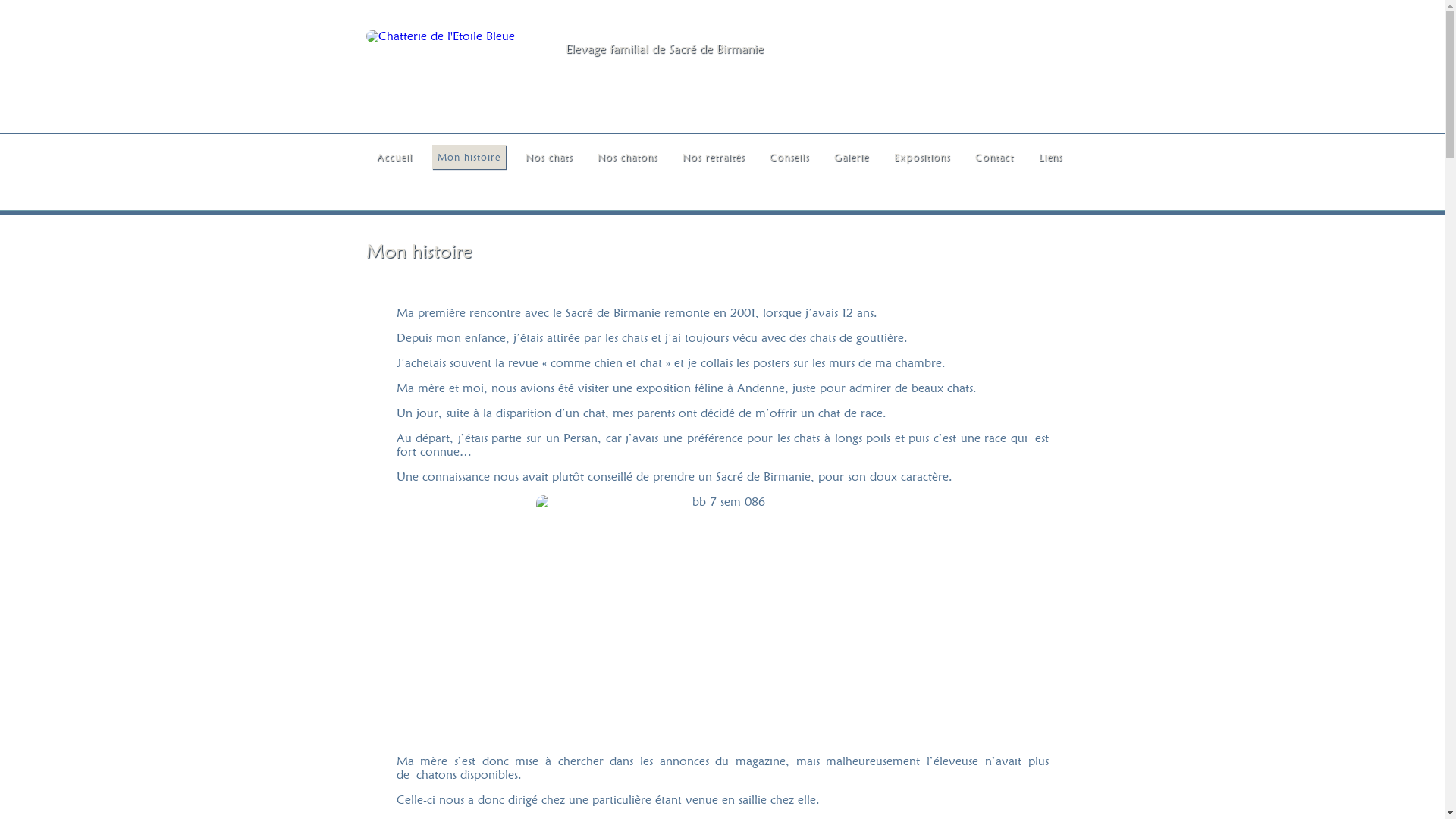 The width and height of the screenshot is (1456, 819). Describe the element at coordinates (468, 157) in the screenshot. I see `'Mon histoire'` at that location.